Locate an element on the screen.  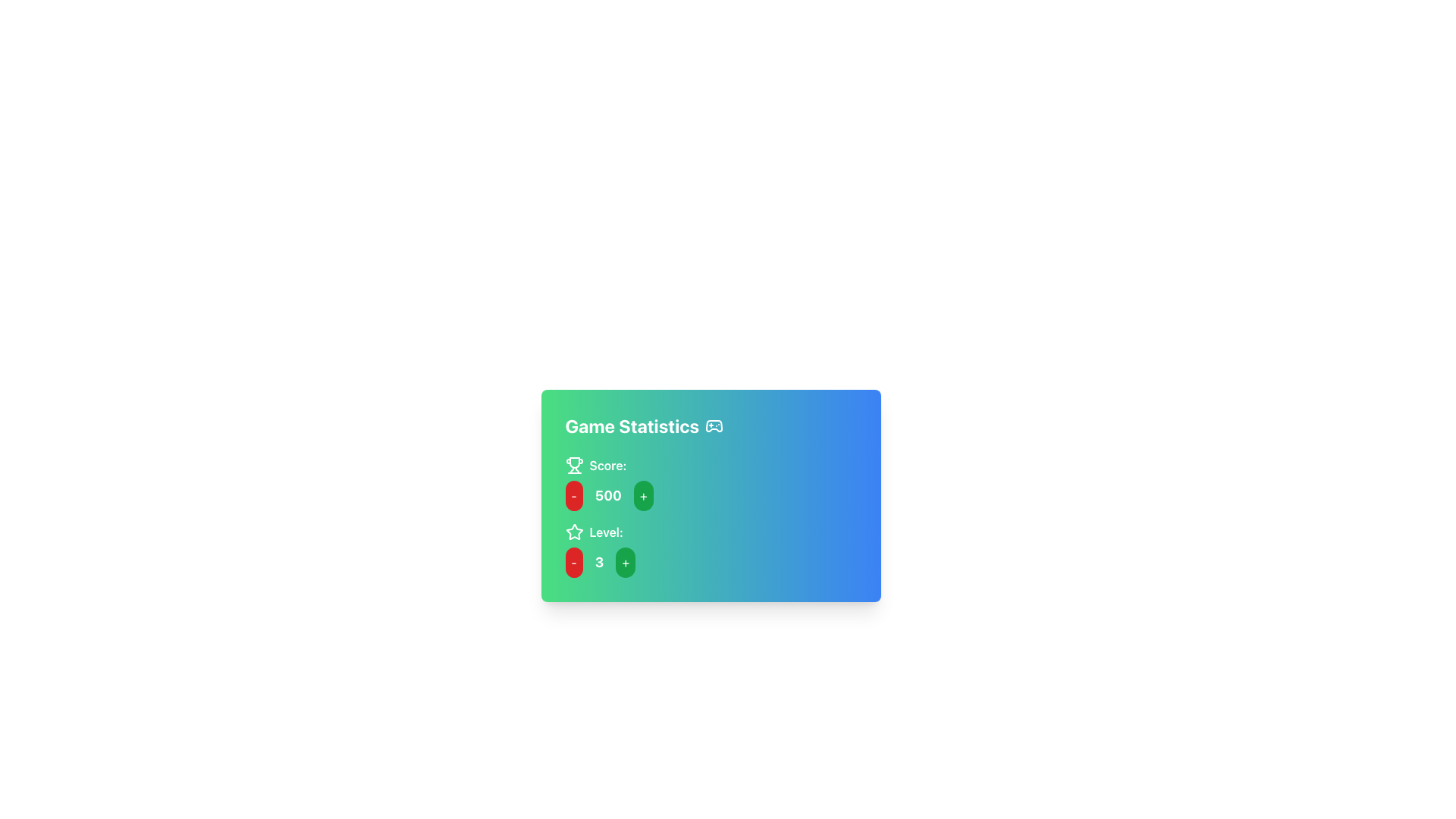
the increment button located to the right of the numeric text displaying '3' to change the background color is located at coordinates (626, 562).